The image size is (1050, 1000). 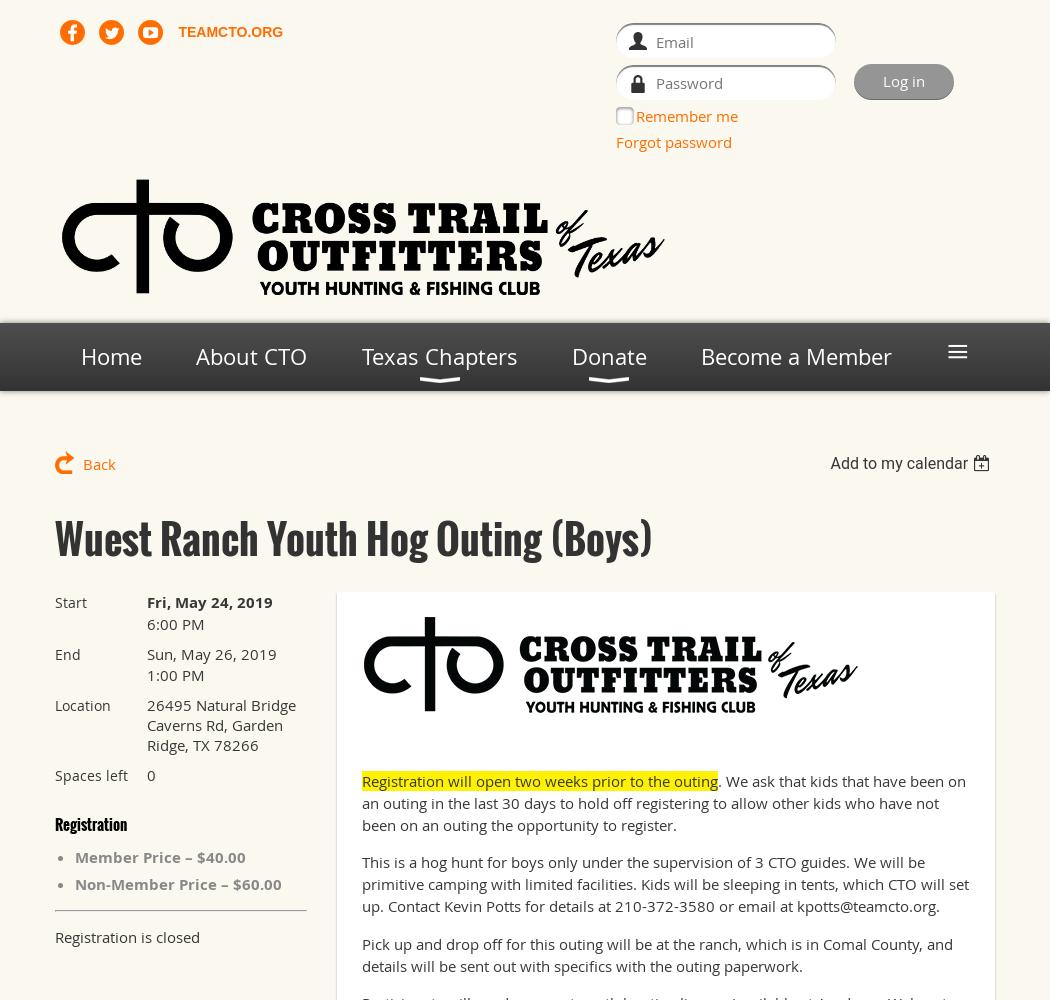 What do you see at coordinates (99, 463) in the screenshot?
I see `'Back'` at bounding box center [99, 463].